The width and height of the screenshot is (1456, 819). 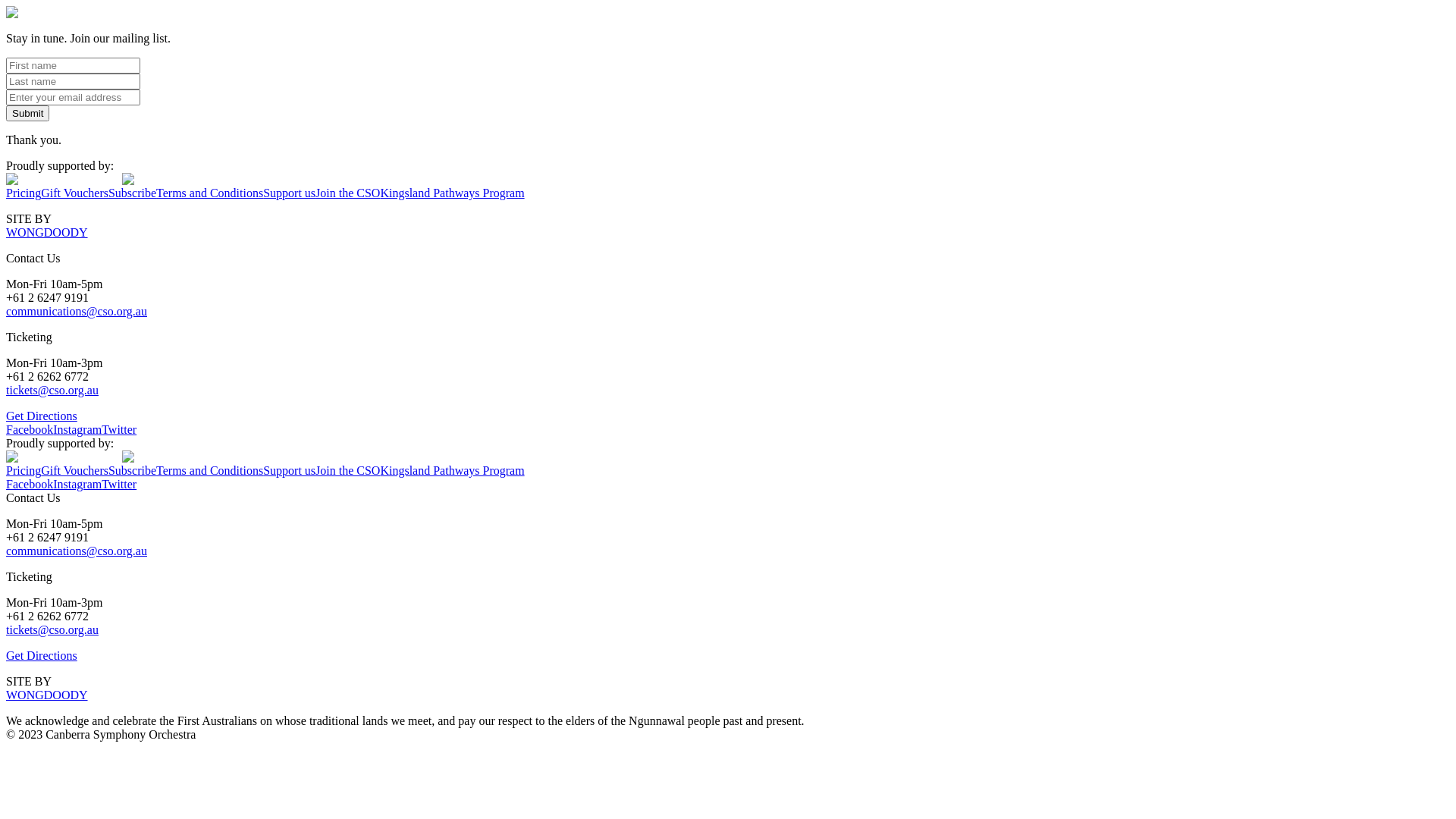 What do you see at coordinates (47, 232) in the screenshot?
I see `'WONGDOODY'` at bounding box center [47, 232].